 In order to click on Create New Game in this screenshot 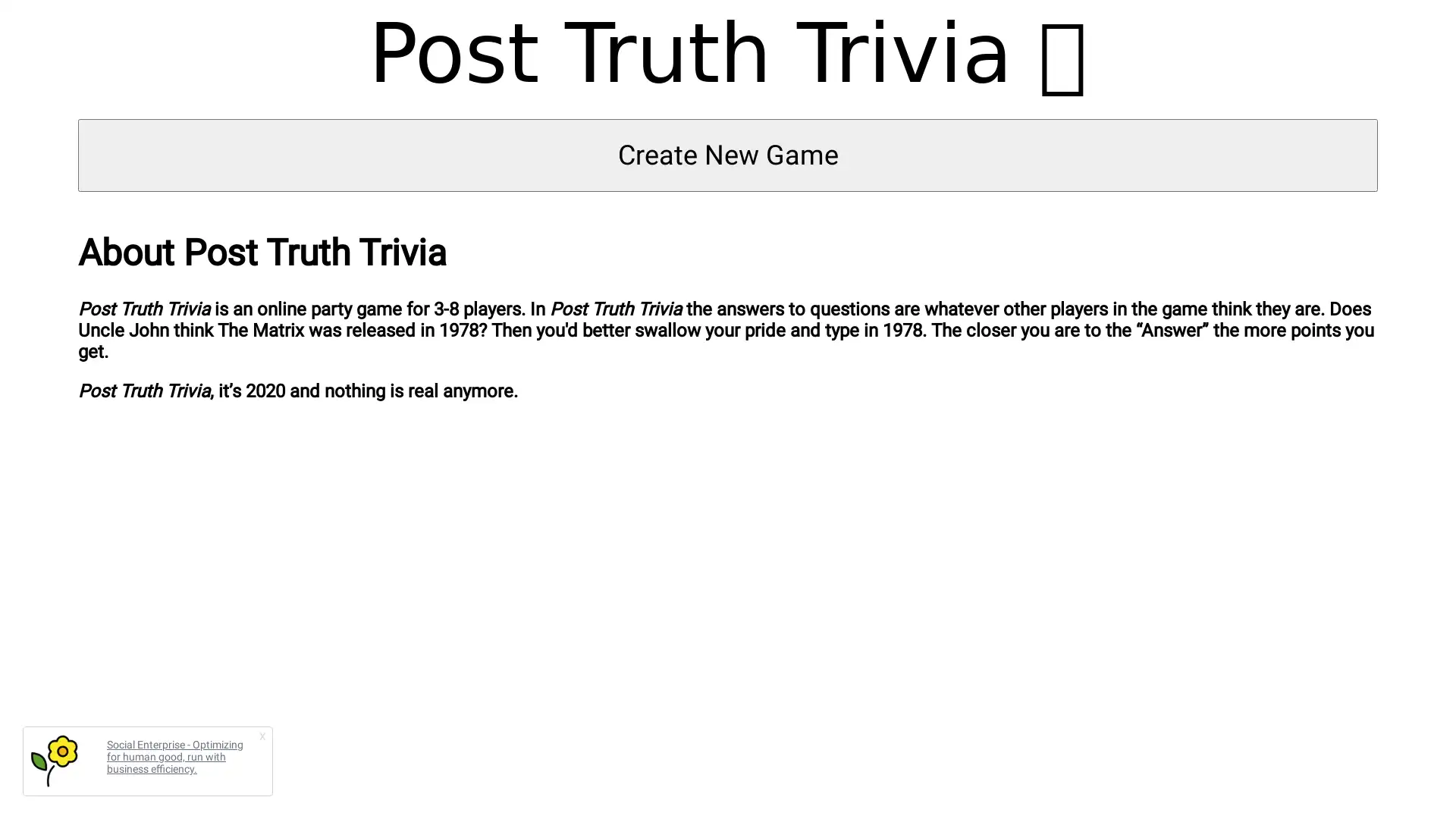, I will do `click(726, 155)`.